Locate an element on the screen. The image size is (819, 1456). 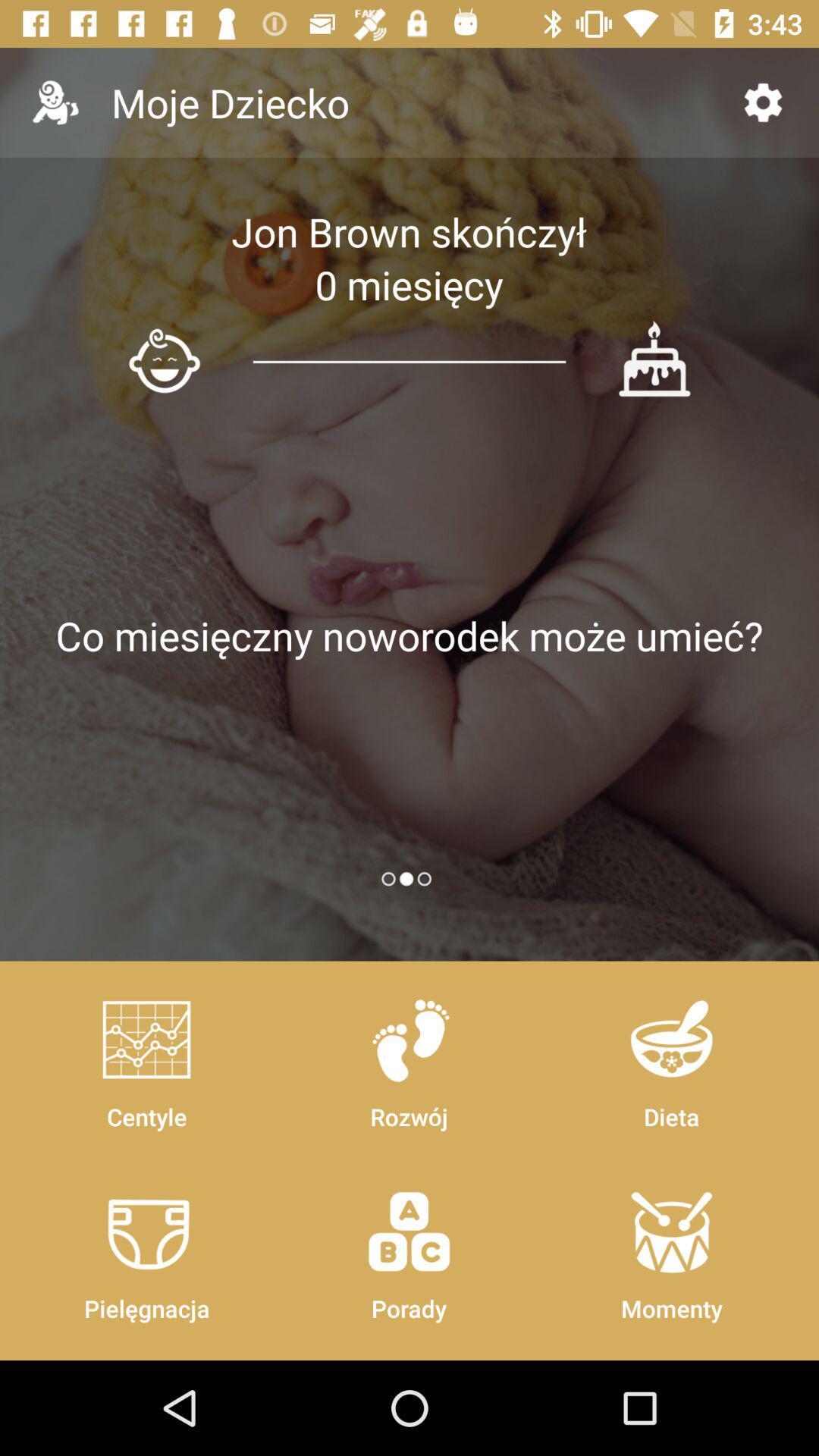
the momenty is located at coordinates (670, 1248).